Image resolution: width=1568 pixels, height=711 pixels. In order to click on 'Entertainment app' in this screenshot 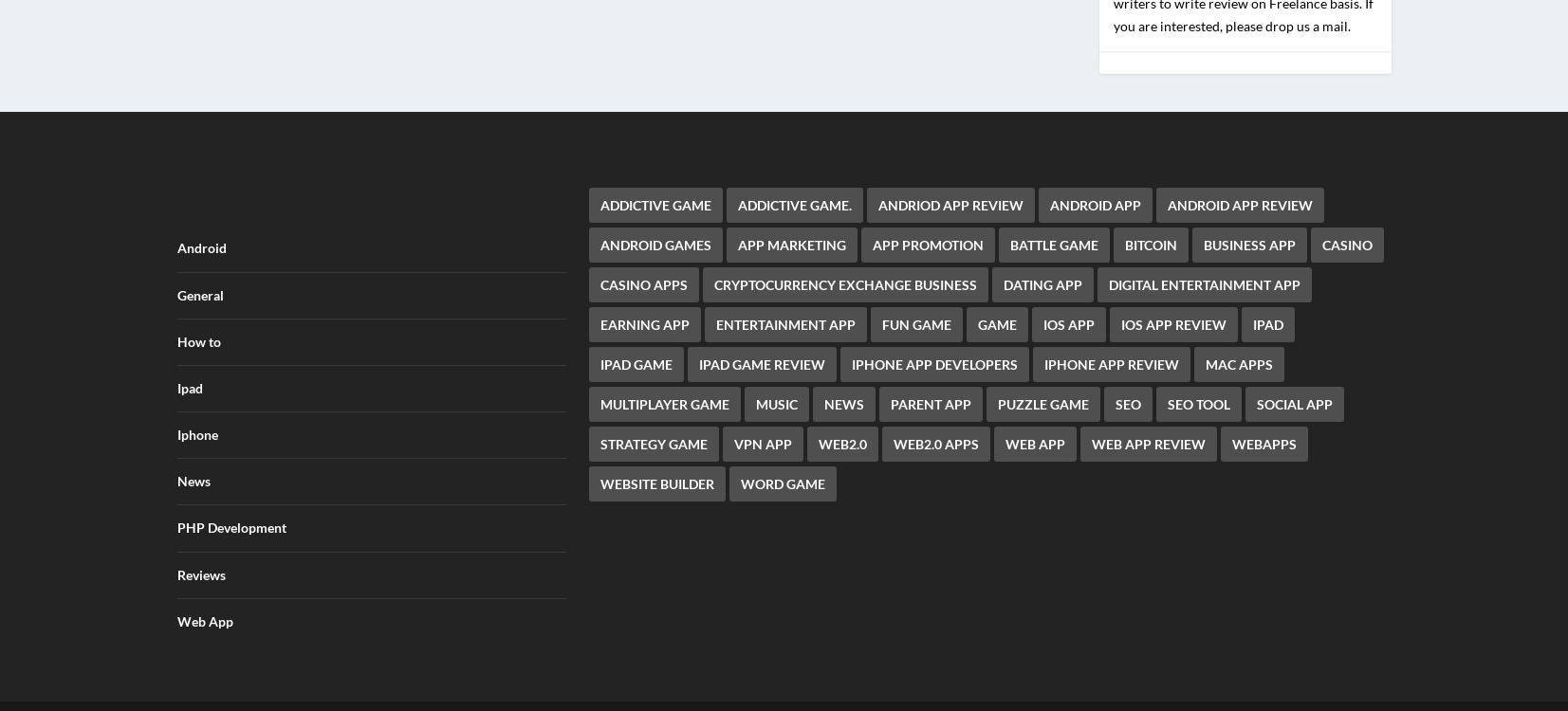, I will do `click(714, 311)`.